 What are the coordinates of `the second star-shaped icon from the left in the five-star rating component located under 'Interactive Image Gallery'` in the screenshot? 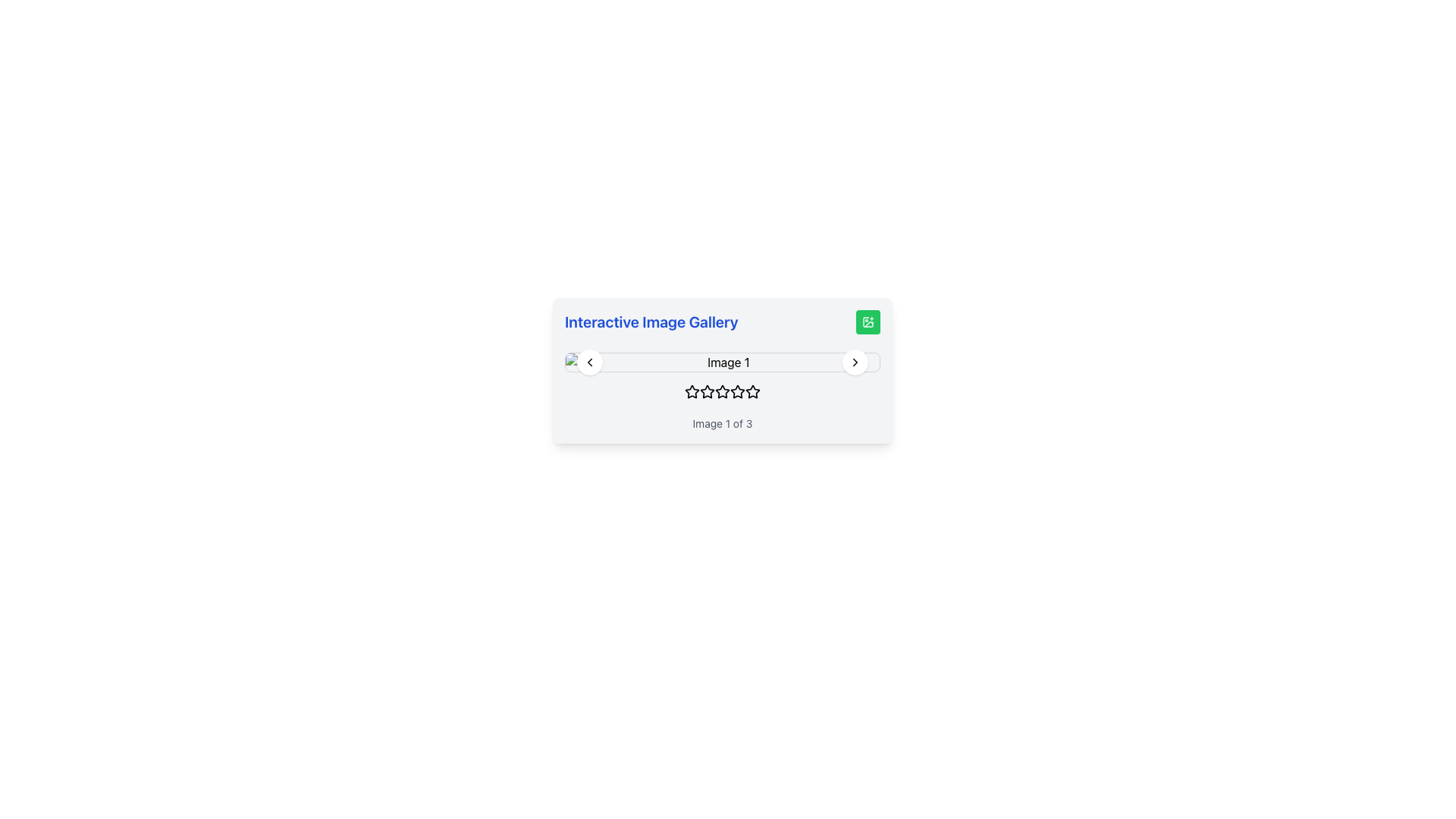 It's located at (706, 391).